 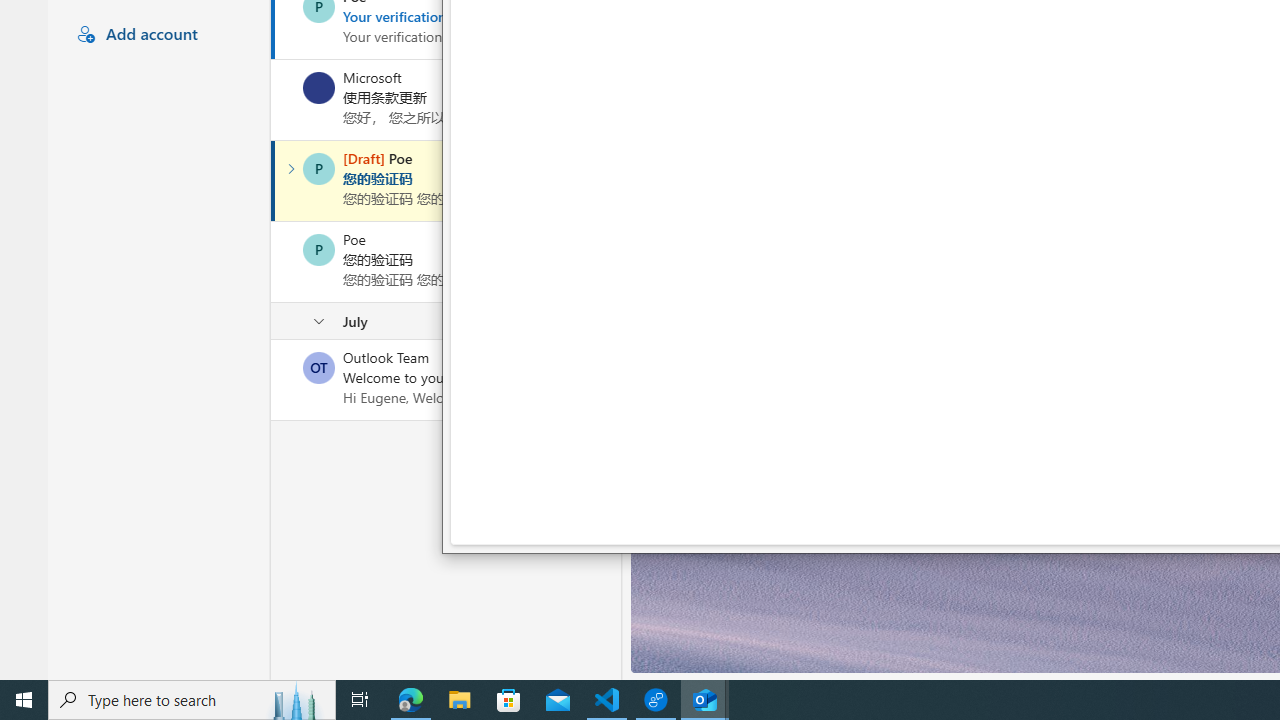 I want to click on 'Outlook (new) - 2 running windows', so click(x=705, y=698).